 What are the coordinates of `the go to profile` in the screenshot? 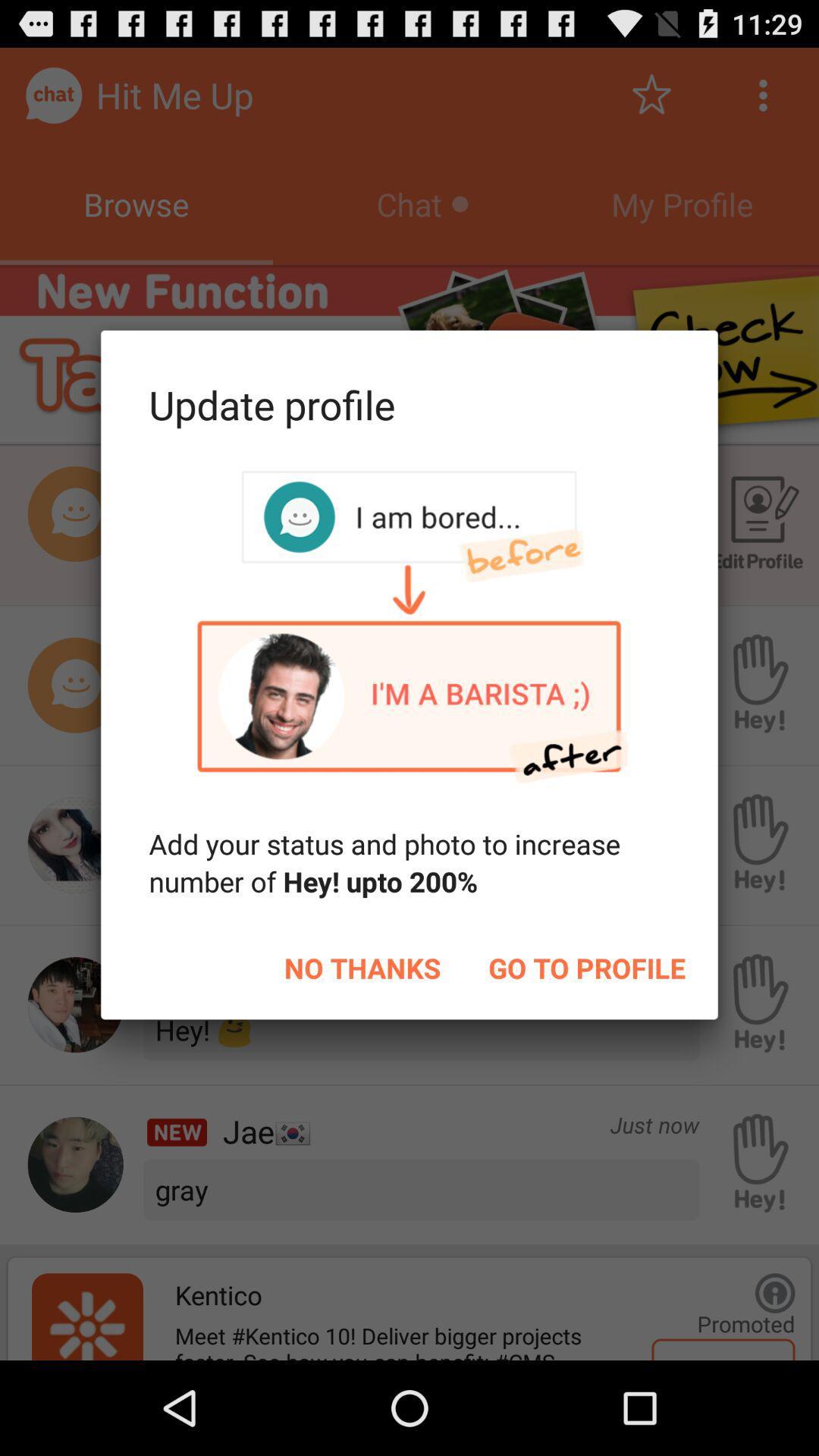 It's located at (586, 967).